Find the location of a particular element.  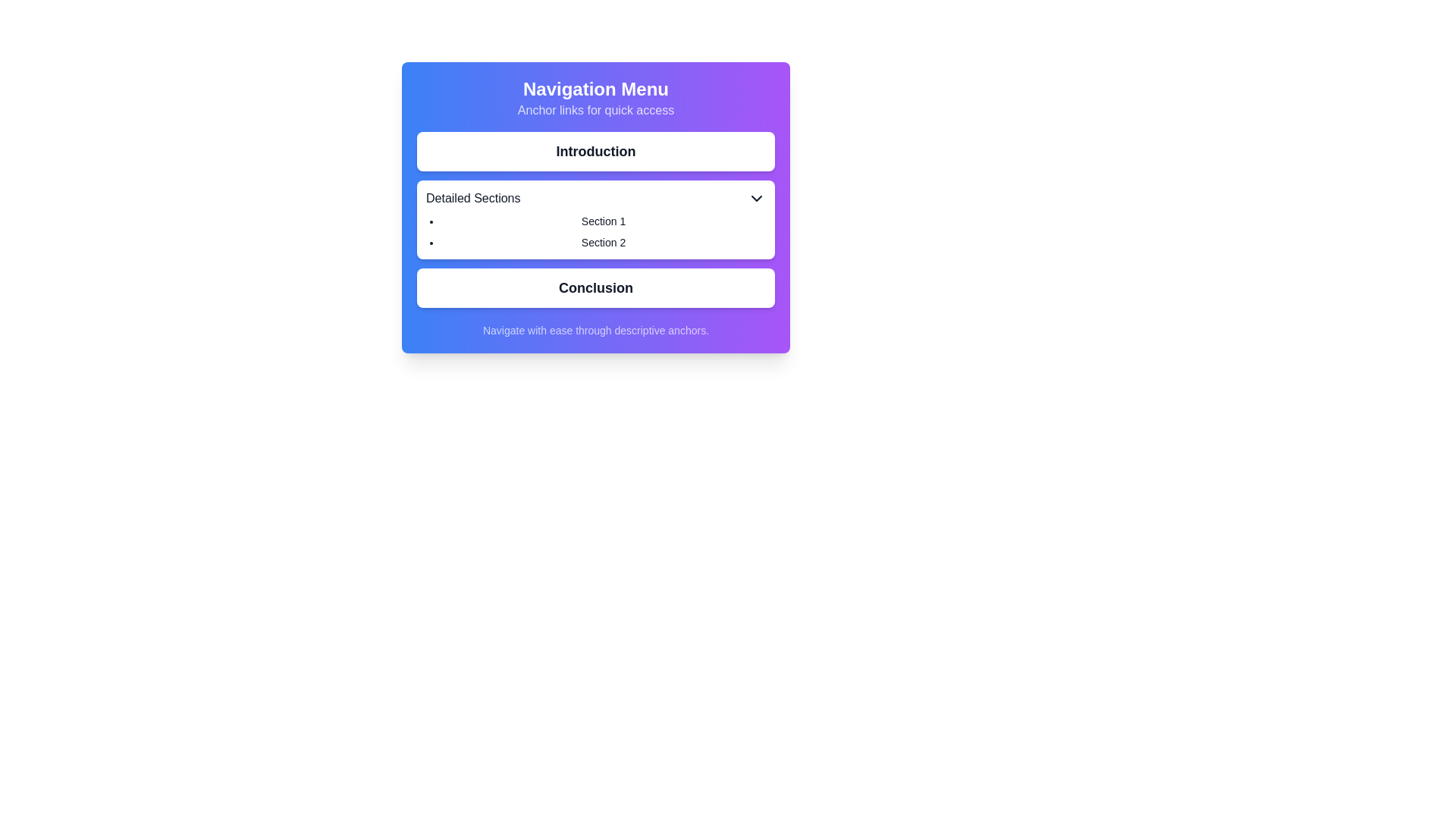

the 'Introduction' text block, which is a rectangular label with a white background and rounded corners, located above the sections titled 'Detailed Sections' and 'Conclusion' is located at coordinates (595, 152).